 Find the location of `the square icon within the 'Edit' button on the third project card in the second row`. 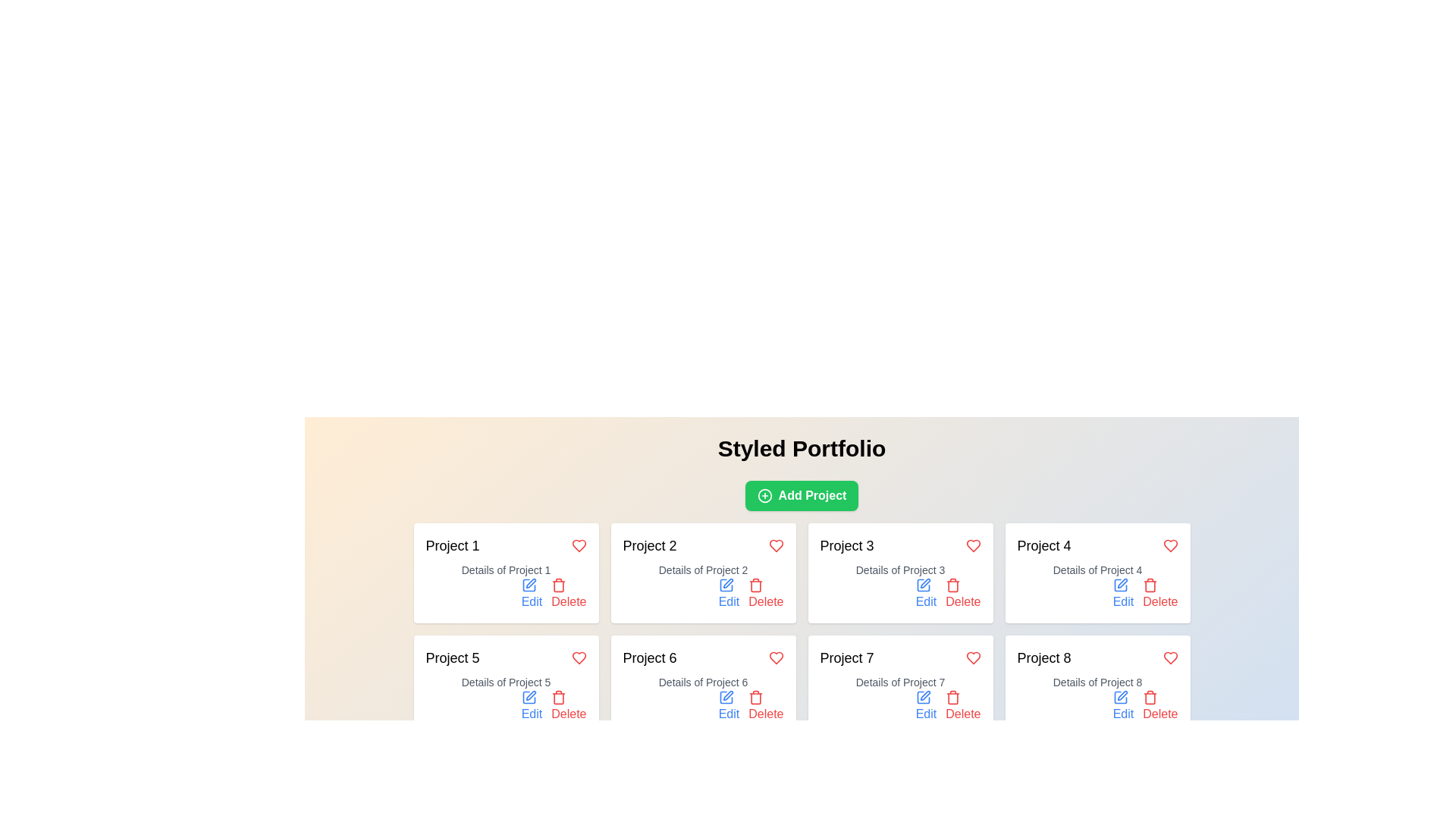

the square icon within the 'Edit' button on the third project card in the second row is located at coordinates (922, 584).